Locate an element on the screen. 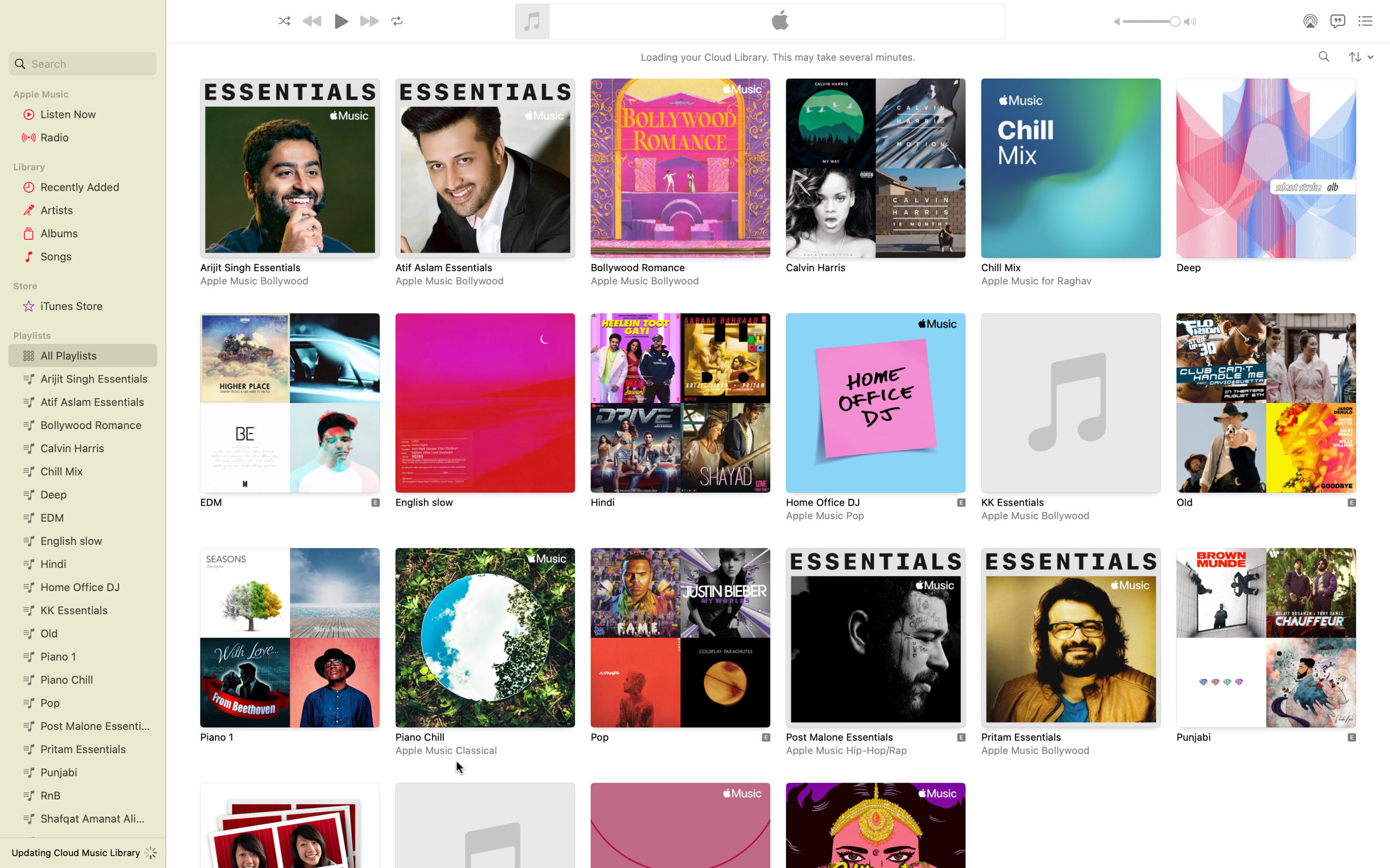 Image resolution: width=1390 pixels, height=868 pixels. Confirm the existence of English Slow playlist is located at coordinates (484, 414).